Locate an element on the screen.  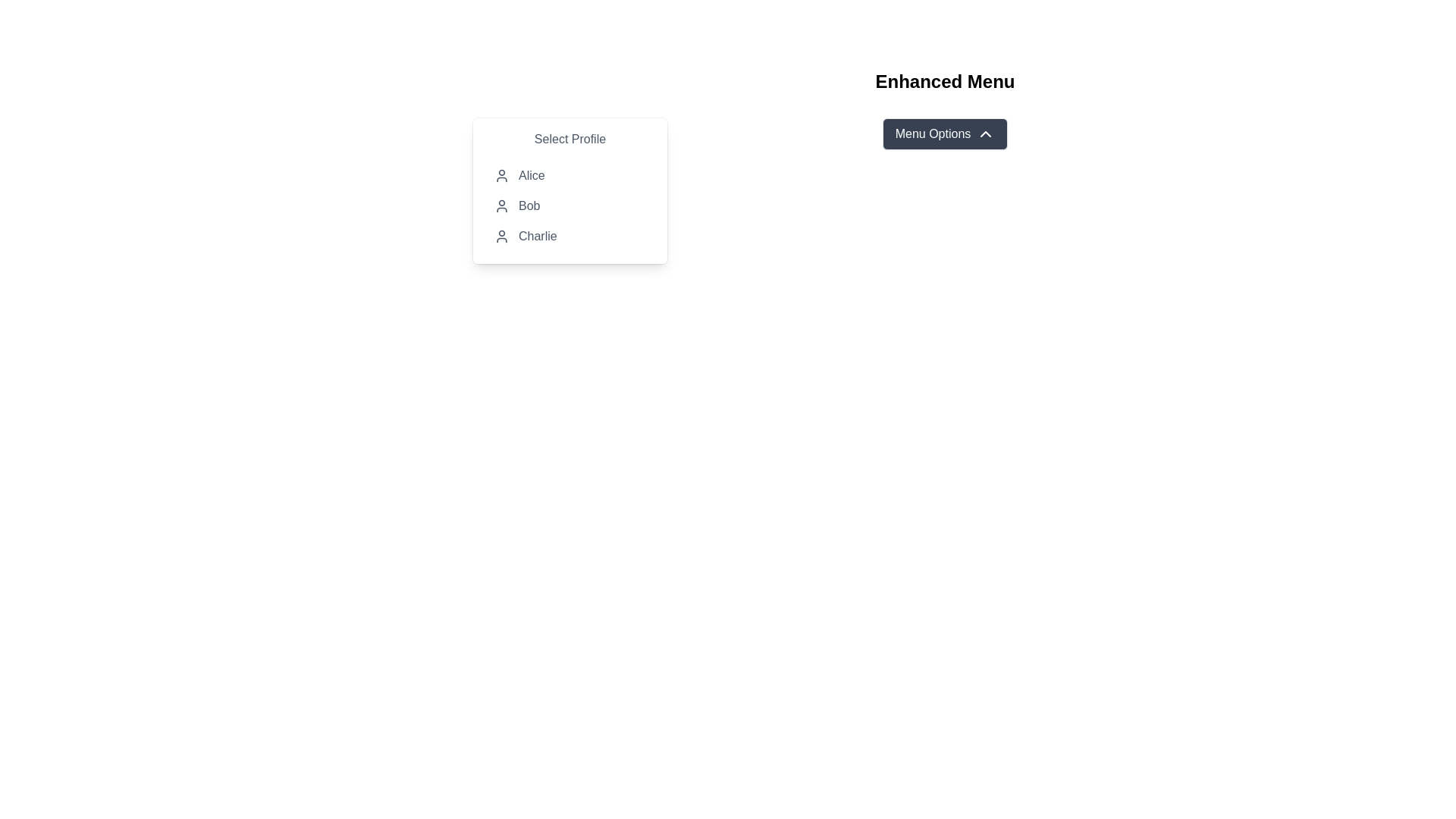
the second MenuItem in the dropdown menu is located at coordinates (570, 206).